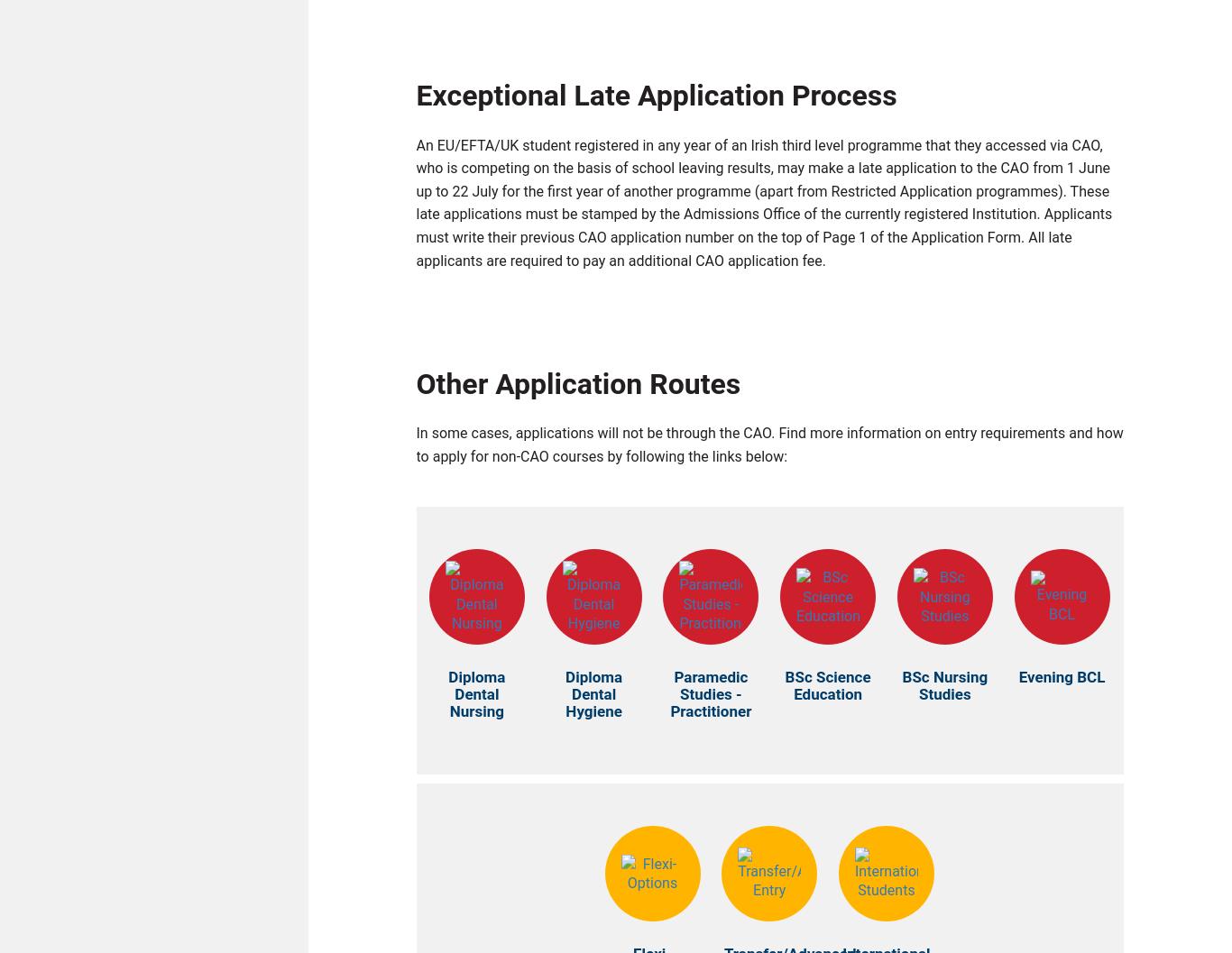 This screenshot has width=1232, height=953. I want to click on 'BSc Science Education', so click(827, 690).